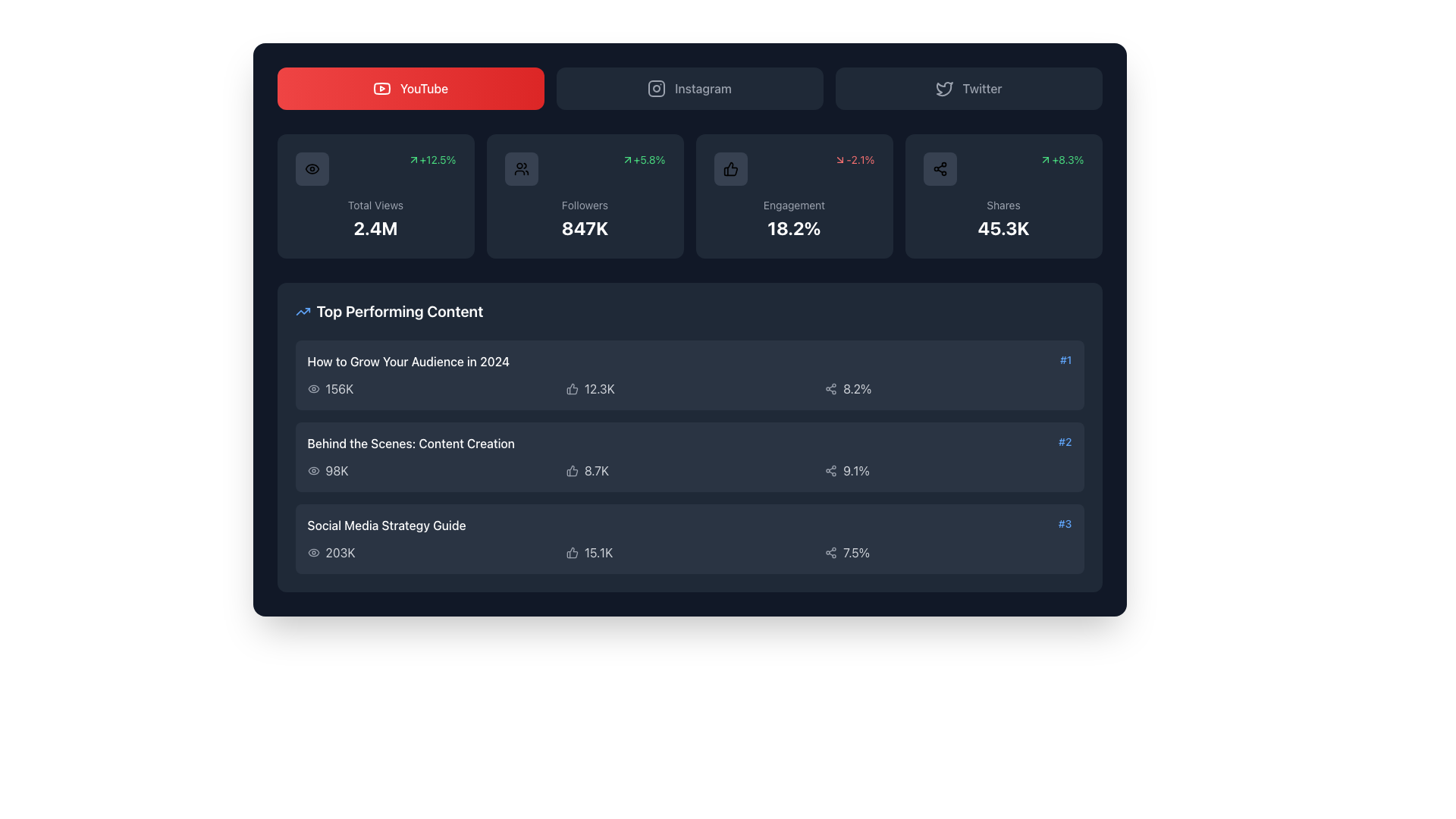  I want to click on the thumbs-up icon indicating user engagement for the entry 'Social Media Strategy Guide' in the 'Top Performing Content' section, so click(571, 553).